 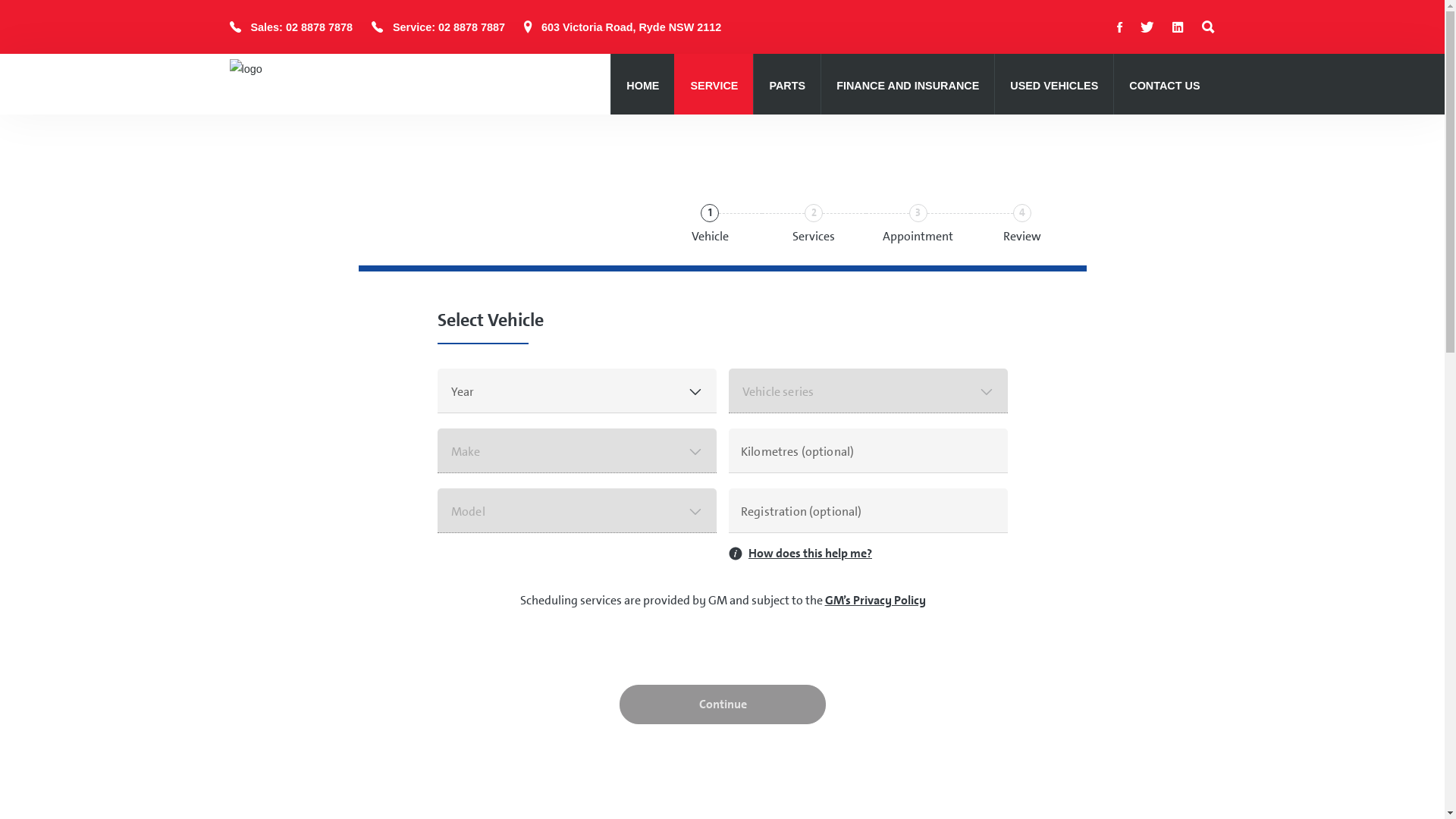 I want to click on 'FINANCE AND INSURANCE', so click(x=907, y=85).